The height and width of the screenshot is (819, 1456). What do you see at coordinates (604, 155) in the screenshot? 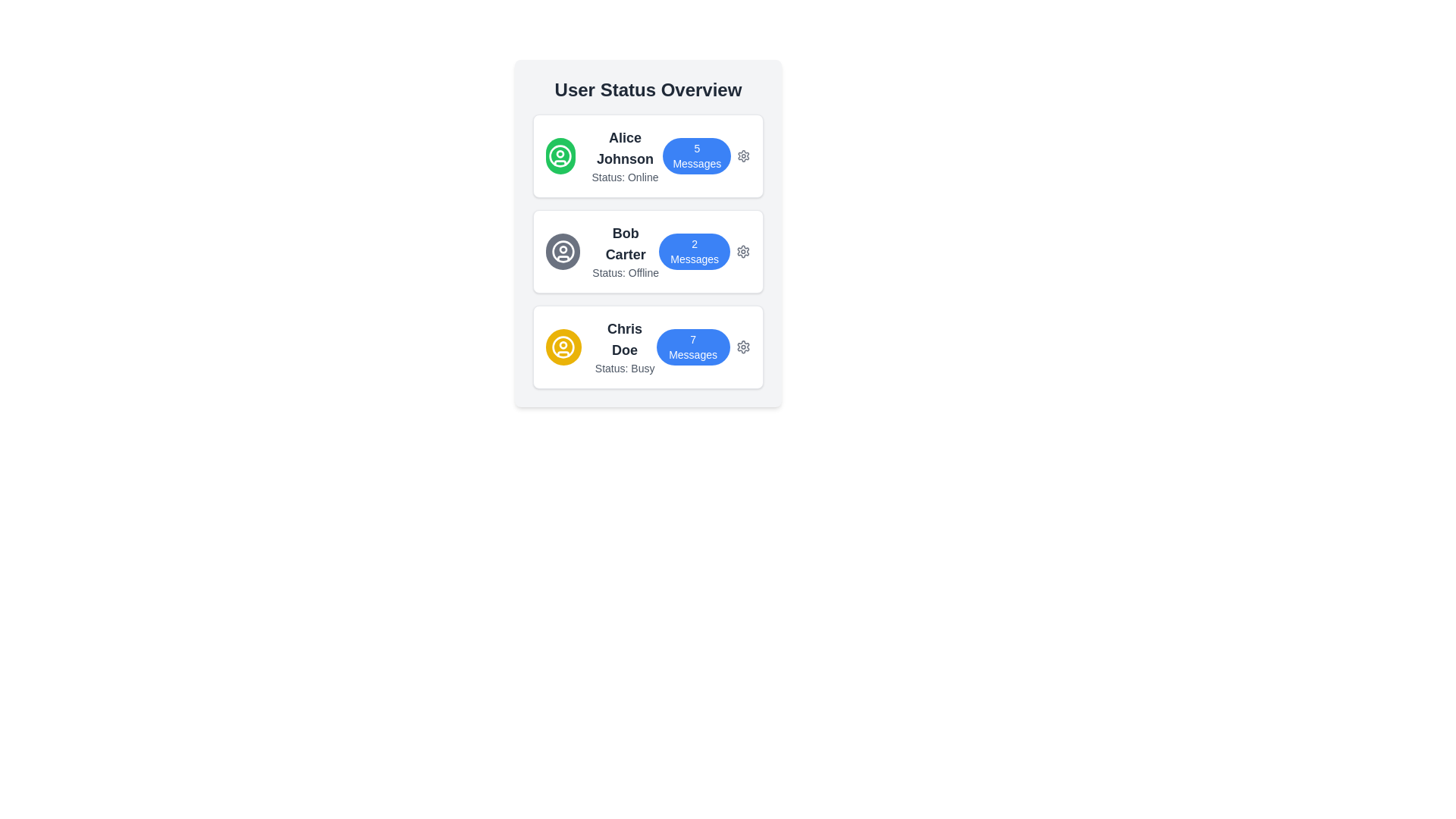
I see `the Text Label displaying 'Alice Johnson' online status, which is located in the first row of user cards, to the left of the blue message indicator labeled '5 Messages'` at bounding box center [604, 155].